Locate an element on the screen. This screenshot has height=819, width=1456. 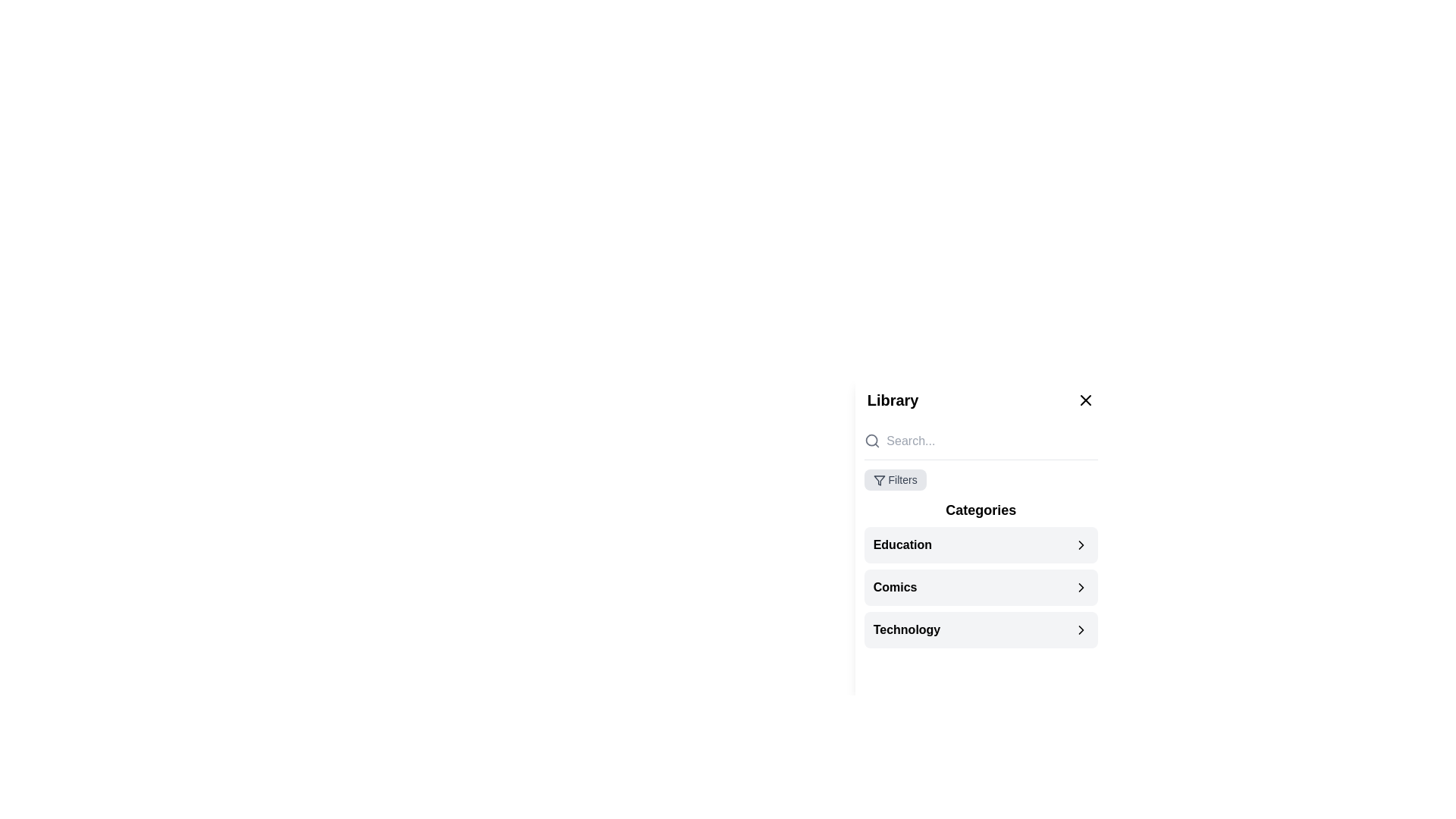
the second menu item in the 'Categories' section is located at coordinates (981, 587).